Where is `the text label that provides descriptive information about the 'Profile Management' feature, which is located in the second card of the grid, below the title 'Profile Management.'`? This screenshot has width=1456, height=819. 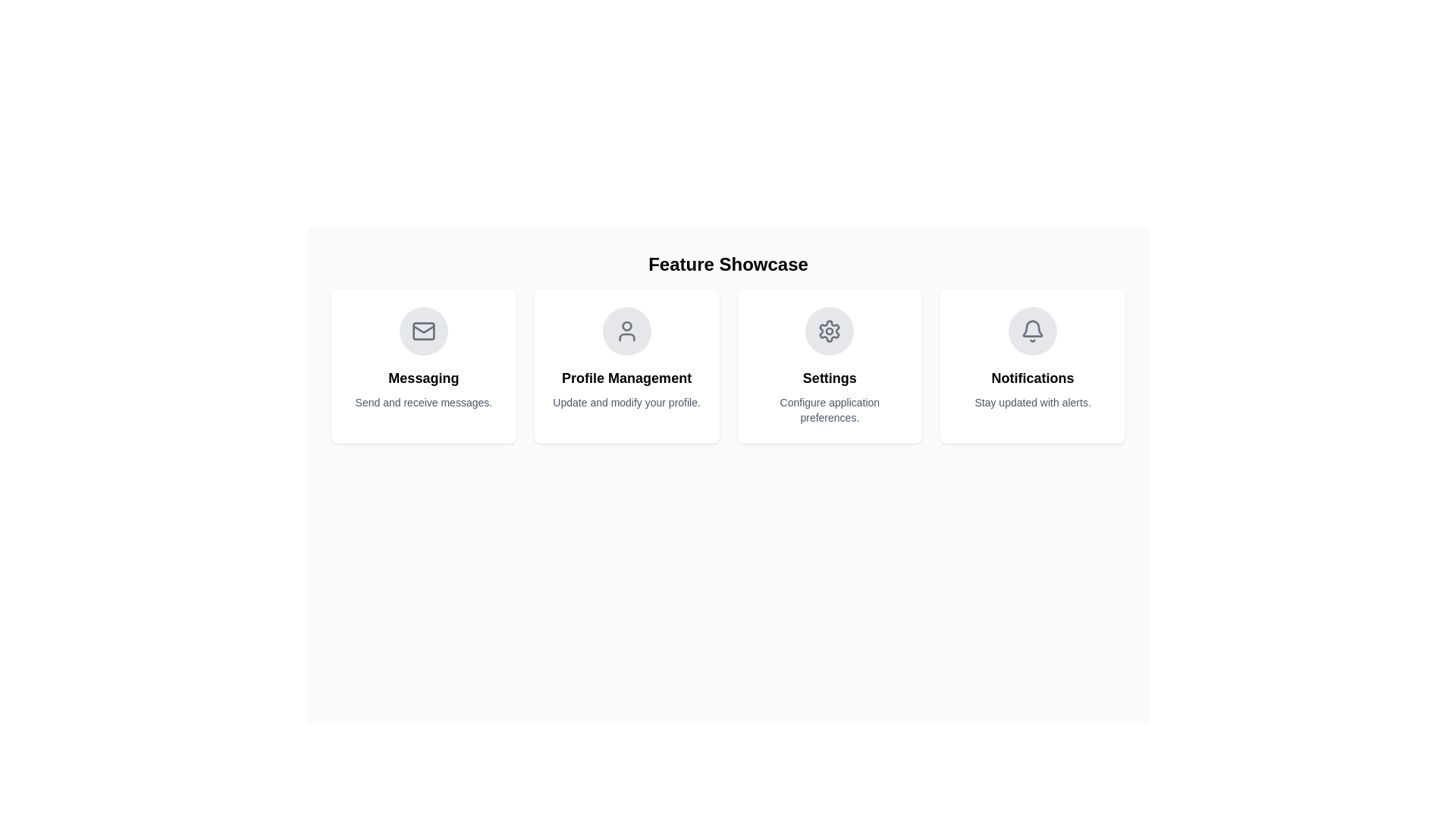 the text label that provides descriptive information about the 'Profile Management' feature, which is located in the second card of the grid, below the title 'Profile Management.' is located at coordinates (626, 402).